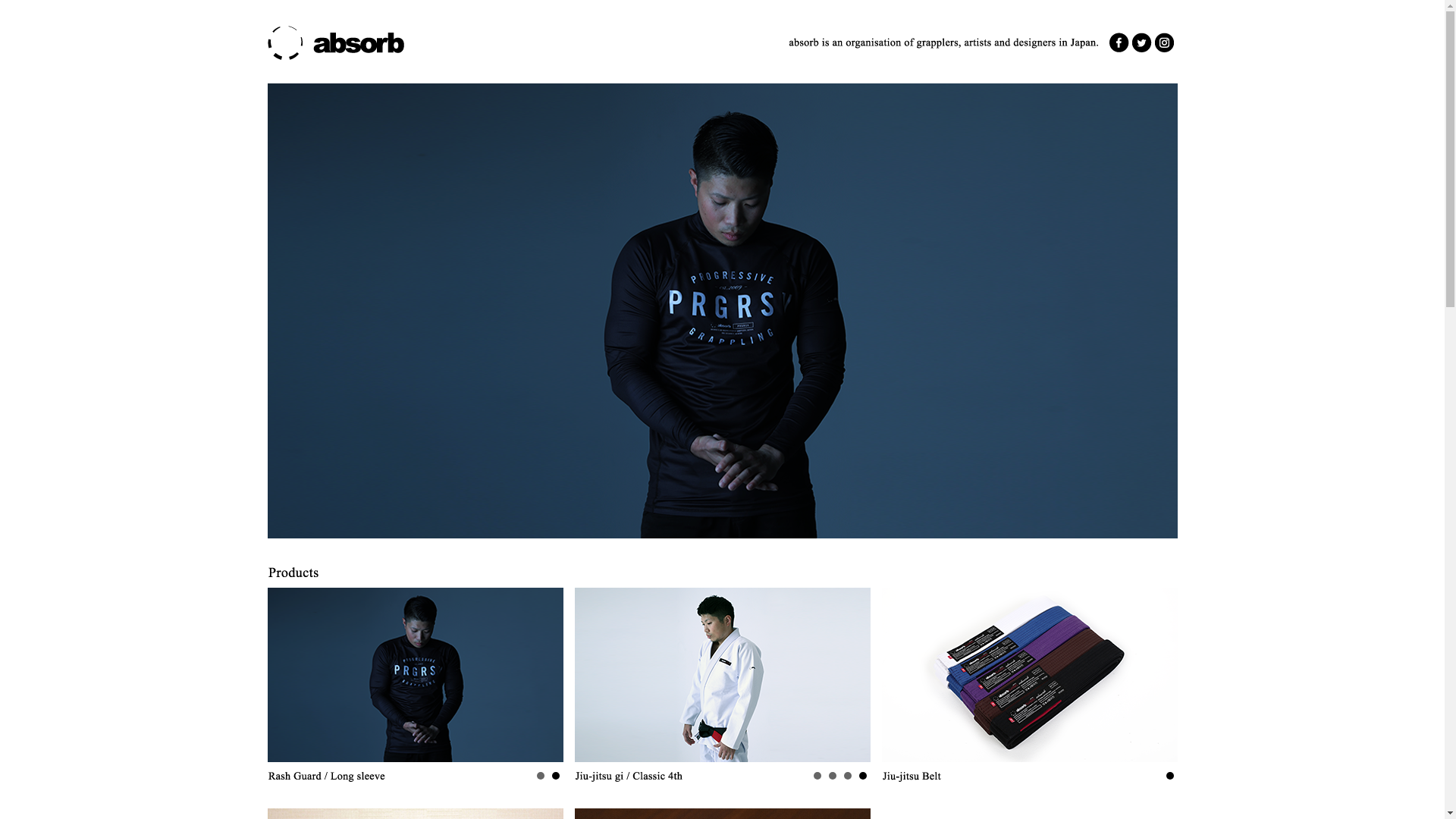 The image size is (1456, 819). What do you see at coordinates (831, 775) in the screenshot?
I see `'3'` at bounding box center [831, 775].